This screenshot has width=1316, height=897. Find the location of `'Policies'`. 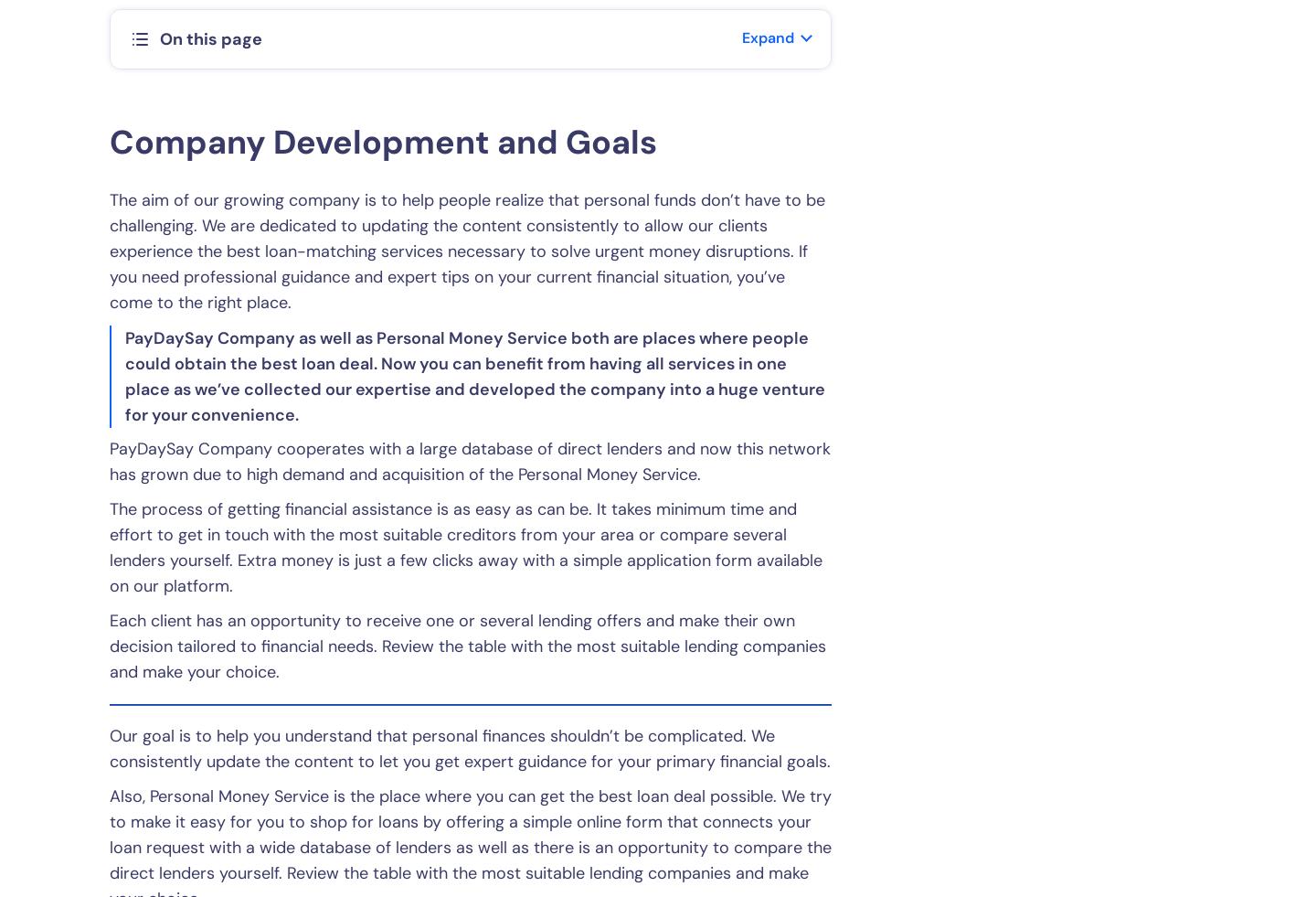

'Policies' is located at coordinates (317, 593).